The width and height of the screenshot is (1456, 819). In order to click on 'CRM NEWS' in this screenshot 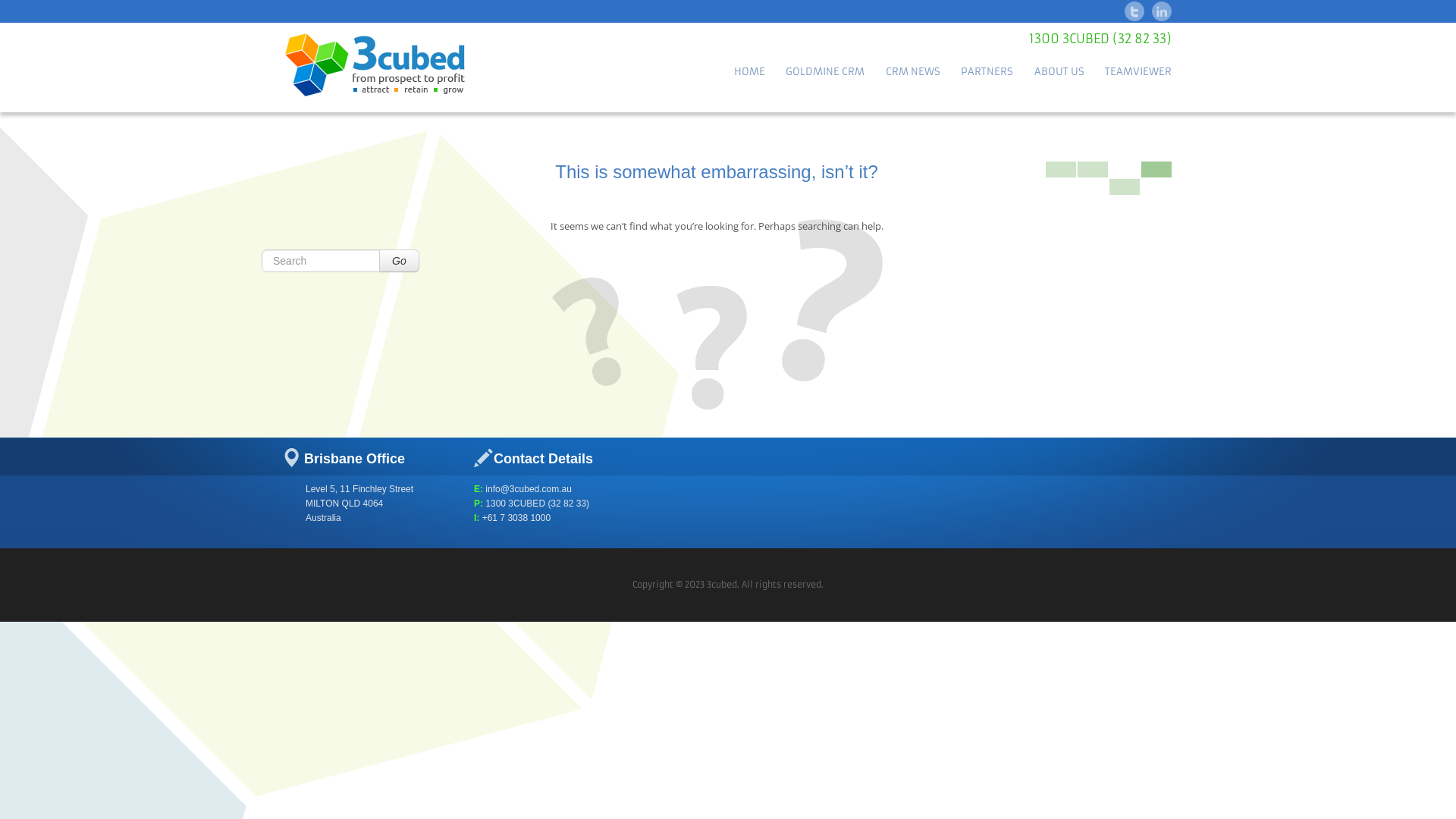, I will do `click(912, 72)`.